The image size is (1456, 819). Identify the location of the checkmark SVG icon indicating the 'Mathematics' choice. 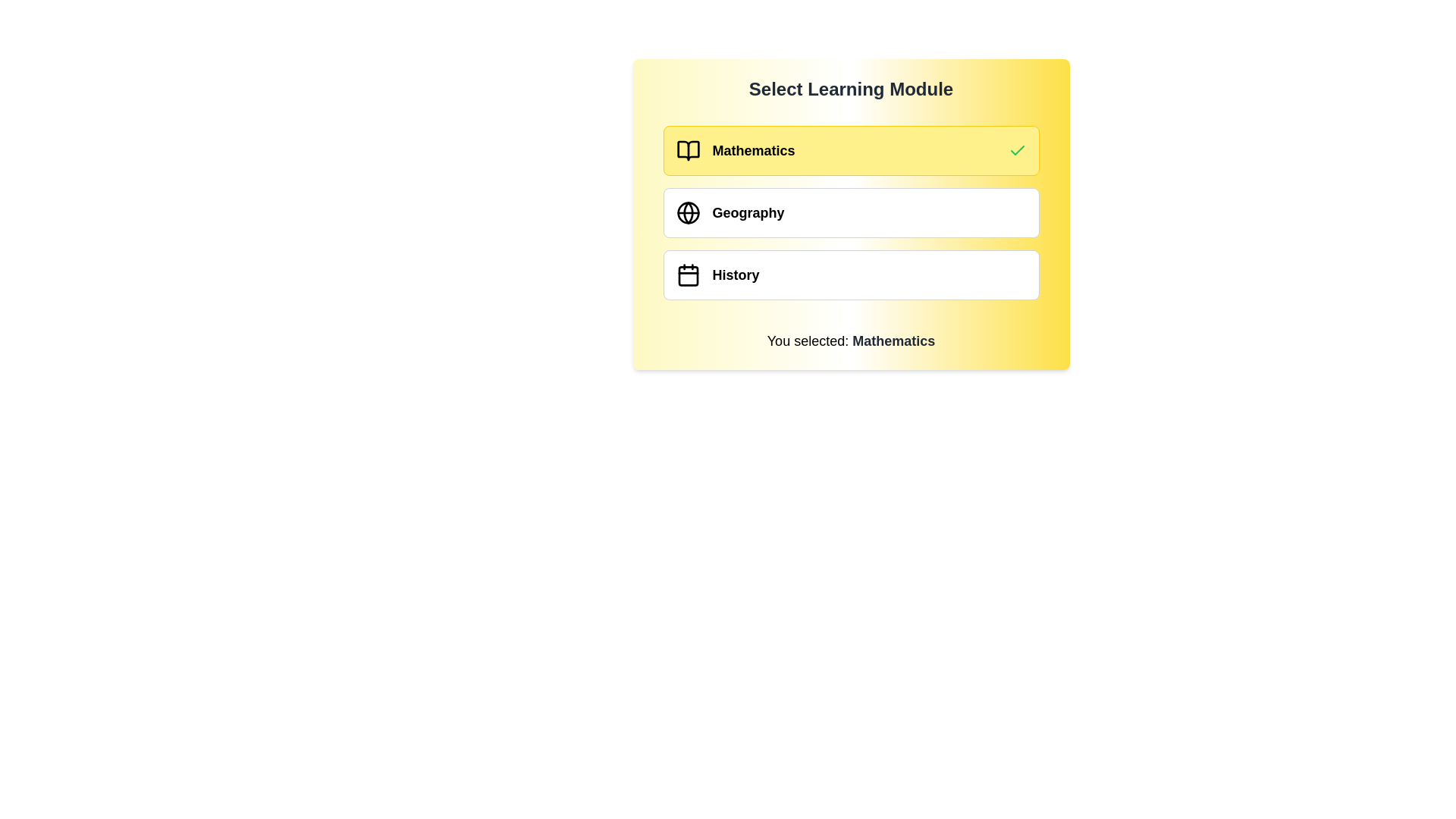
(1017, 150).